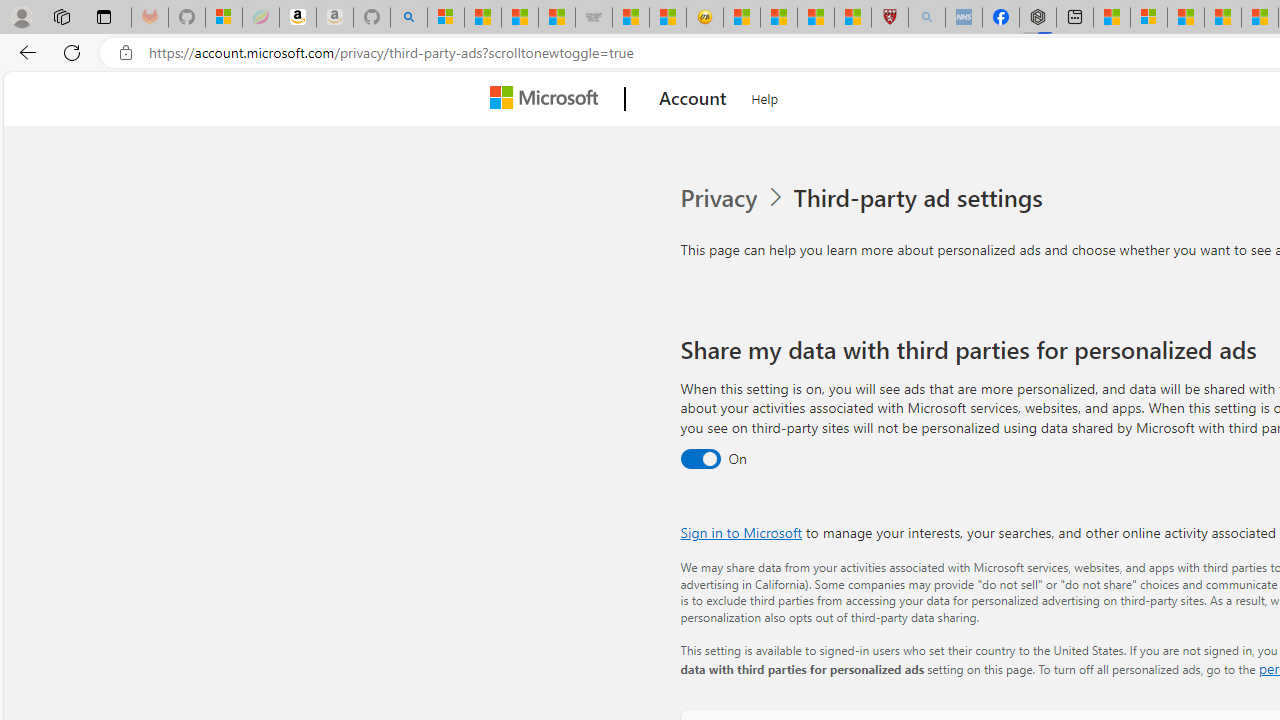 The width and height of the screenshot is (1280, 720). I want to click on 'Sign in to Microsoft', so click(740, 531).